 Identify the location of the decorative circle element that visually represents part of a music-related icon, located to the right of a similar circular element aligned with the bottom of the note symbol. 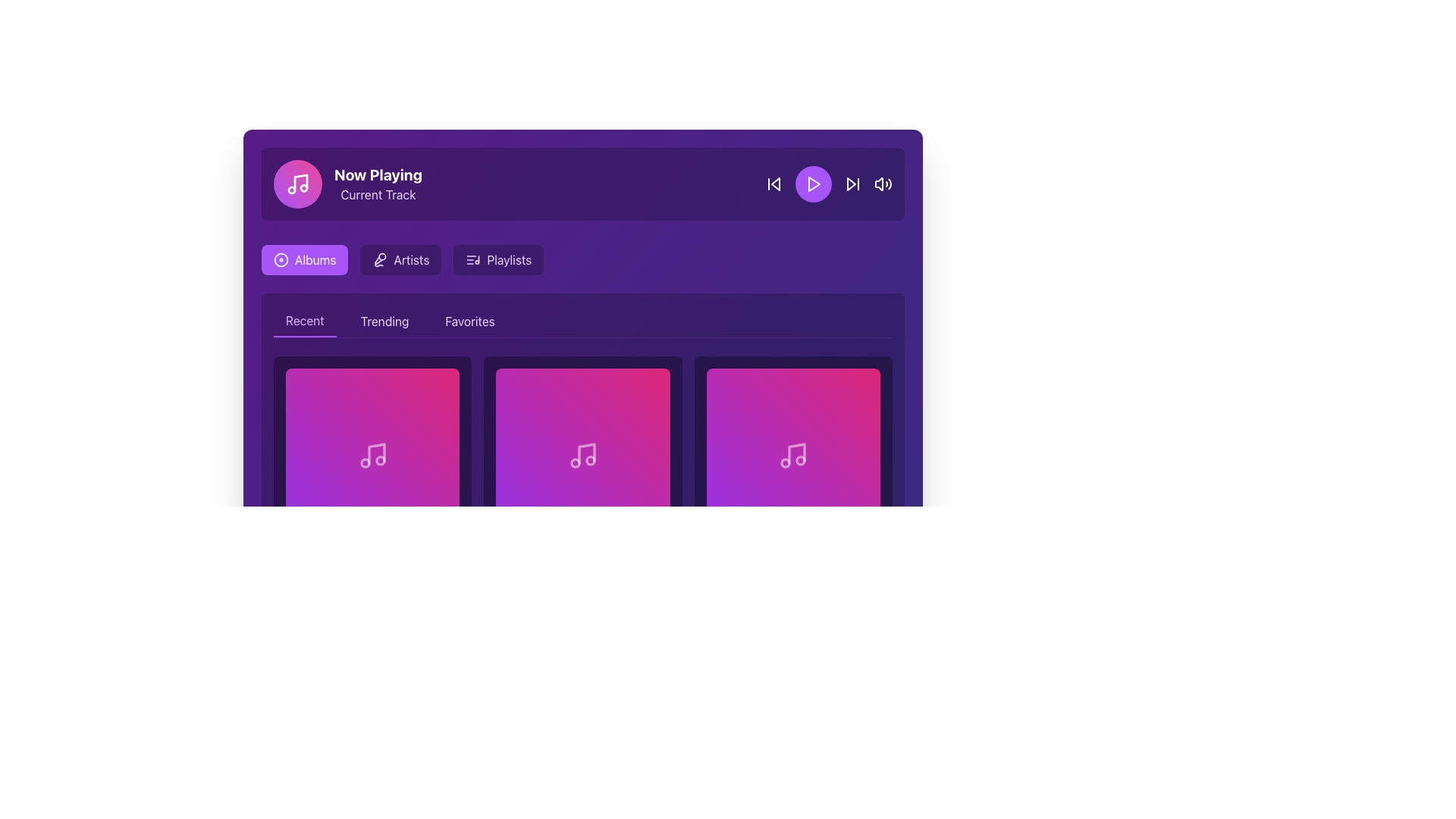
(380, 460).